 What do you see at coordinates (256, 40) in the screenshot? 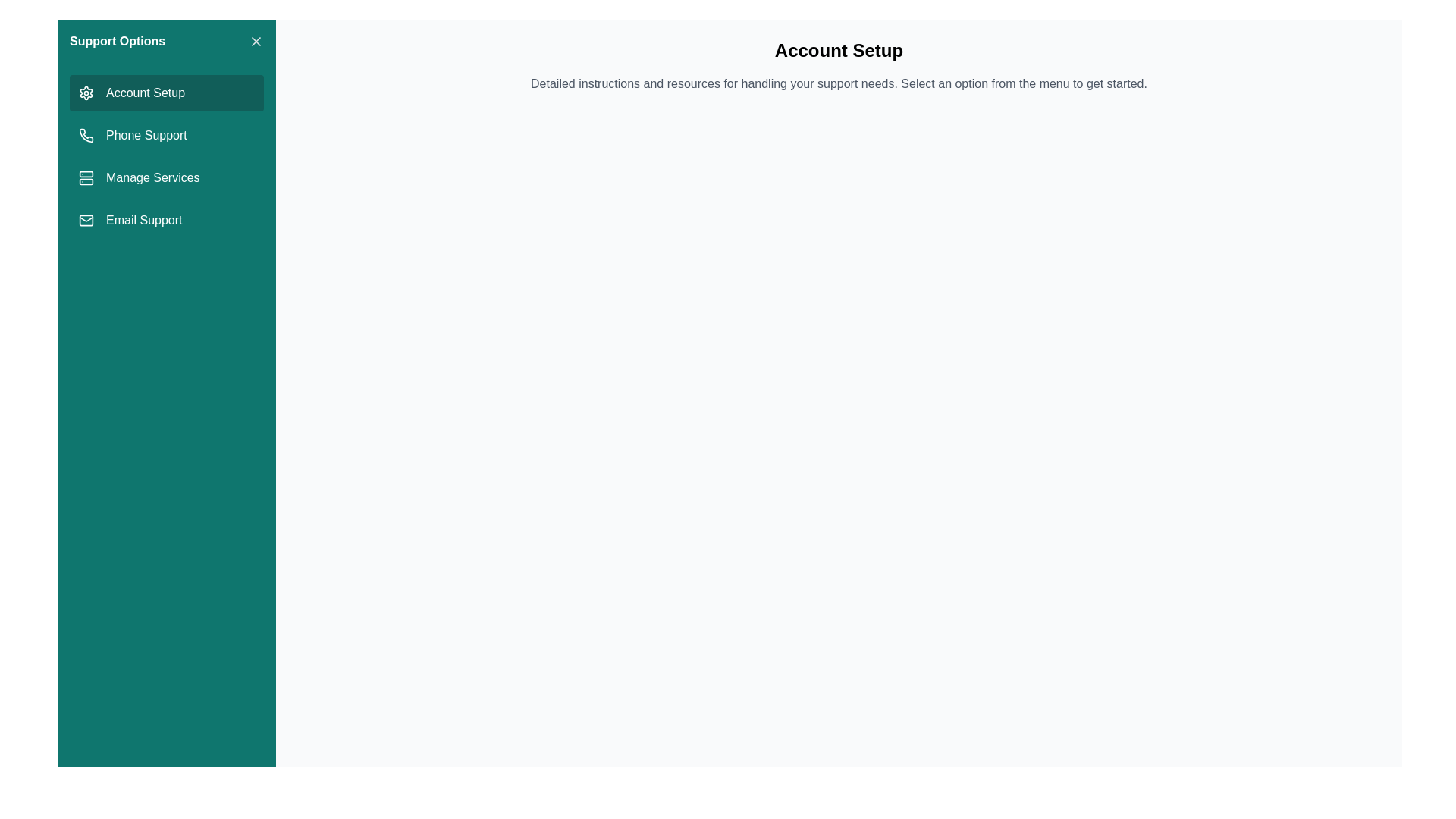
I see `the Close icon, a small cross icon composed of two diagonal lines, located in the top-right area of the left sidebar adjacent to 'Support Options'` at bounding box center [256, 40].